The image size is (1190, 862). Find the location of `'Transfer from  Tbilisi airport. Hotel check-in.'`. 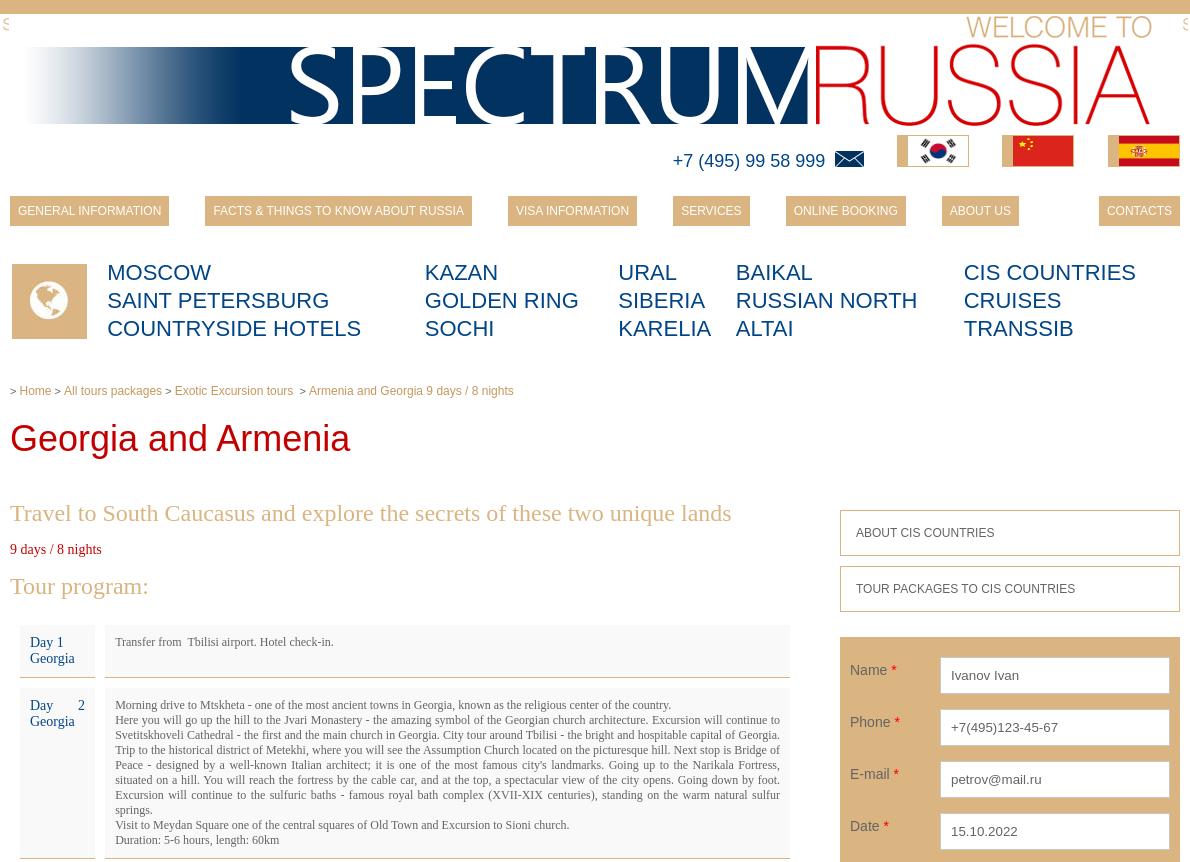

'Transfer from  Tbilisi airport. Hotel check-in.' is located at coordinates (113, 642).